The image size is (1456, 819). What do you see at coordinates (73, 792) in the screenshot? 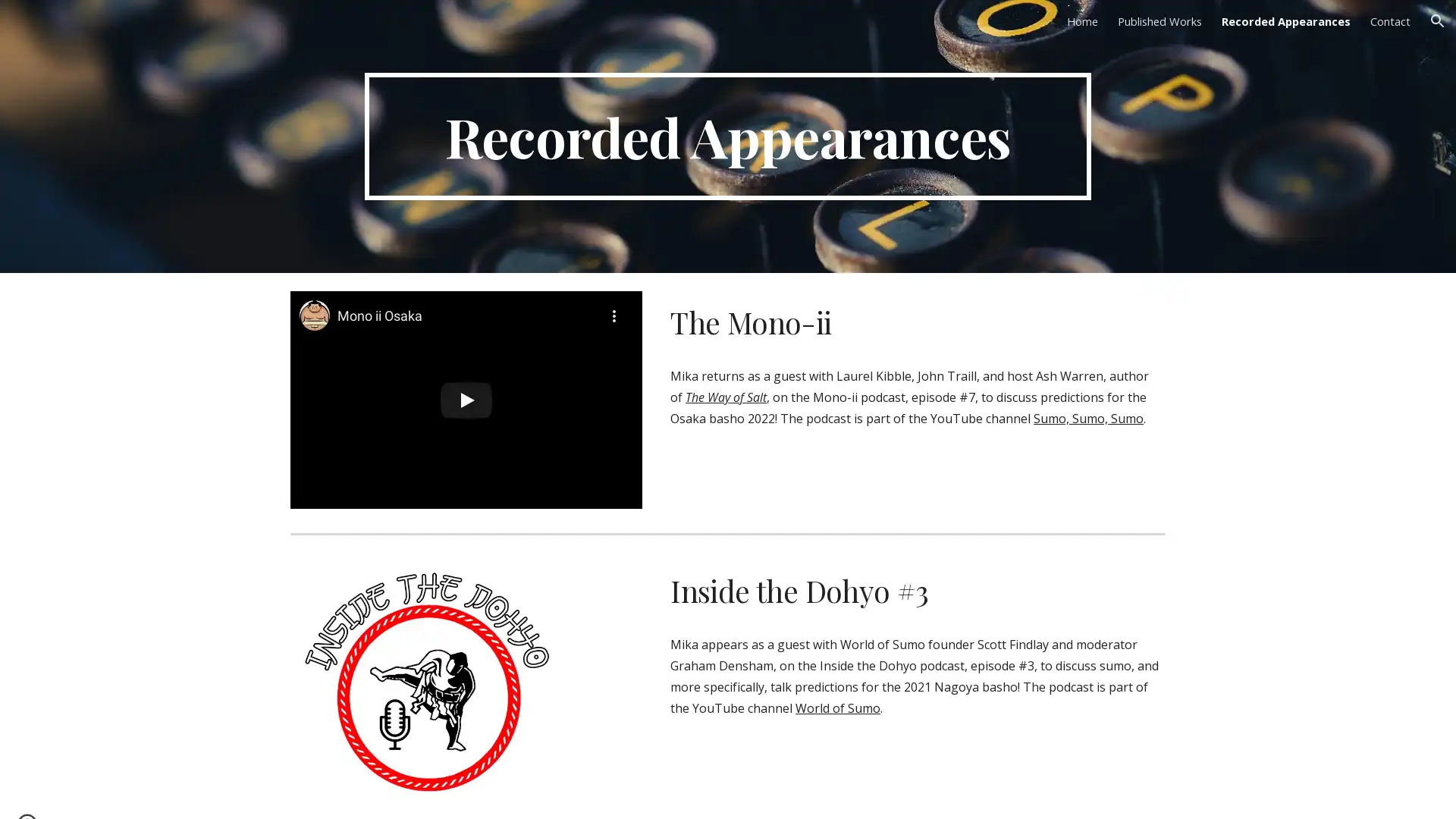
I see `Google Sites` at bounding box center [73, 792].